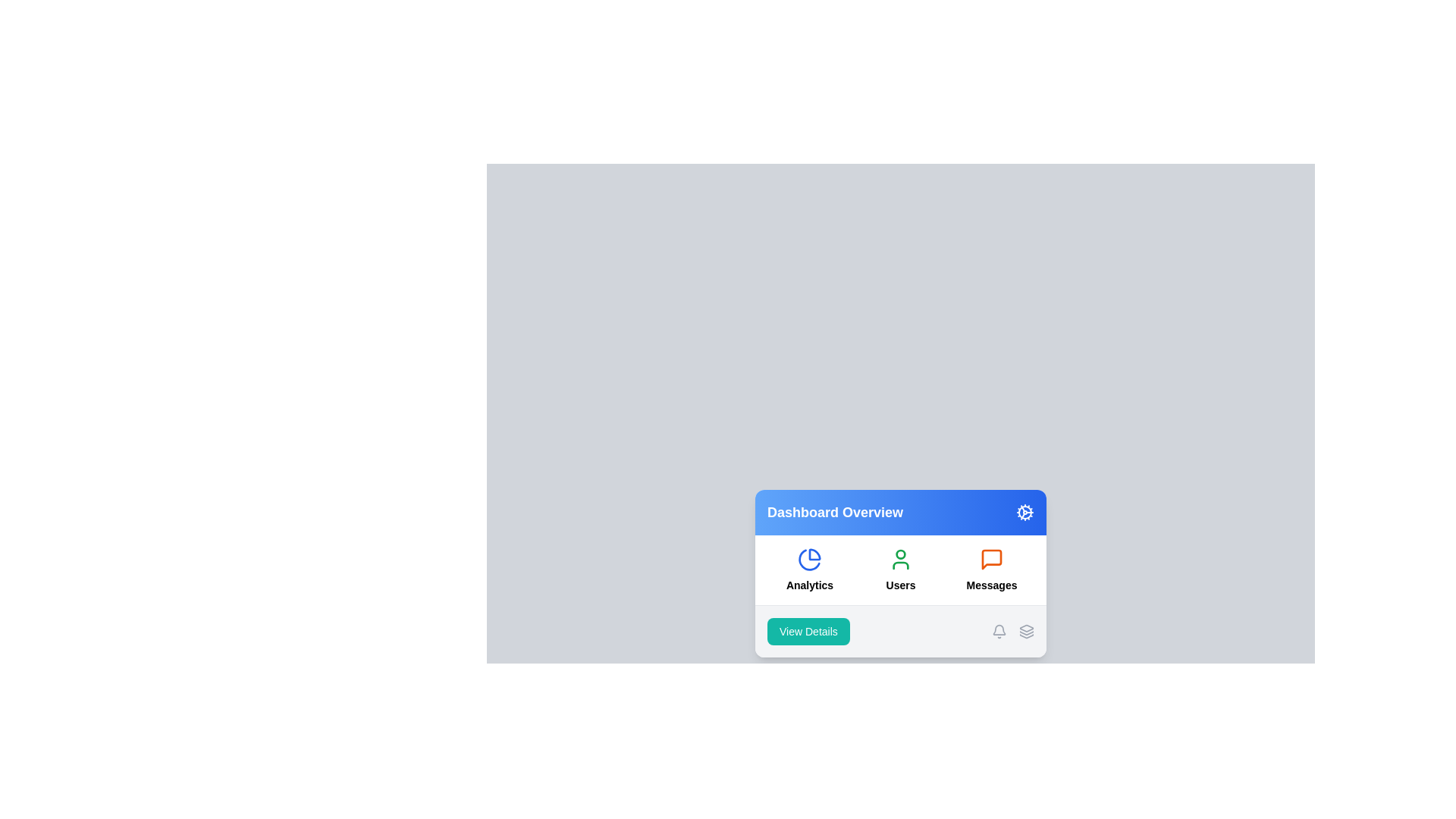 The width and height of the screenshot is (1456, 819). I want to click on the analytics icon located in the top row of icons in the lower interface box, specifically to the leftmost side above the text 'Analytics', so click(809, 559).